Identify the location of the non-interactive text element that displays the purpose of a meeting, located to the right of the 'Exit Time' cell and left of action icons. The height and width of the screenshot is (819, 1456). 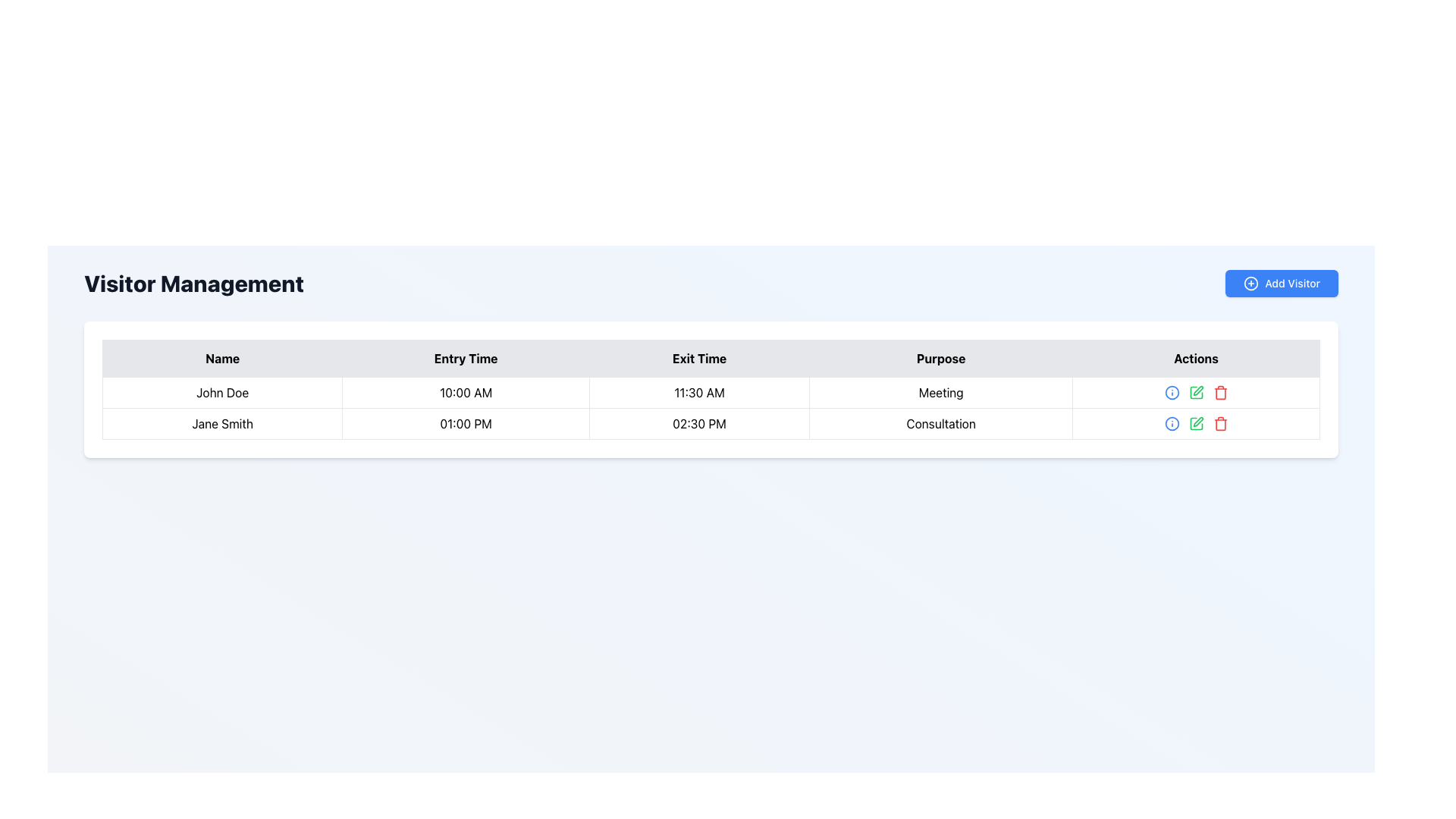
(940, 391).